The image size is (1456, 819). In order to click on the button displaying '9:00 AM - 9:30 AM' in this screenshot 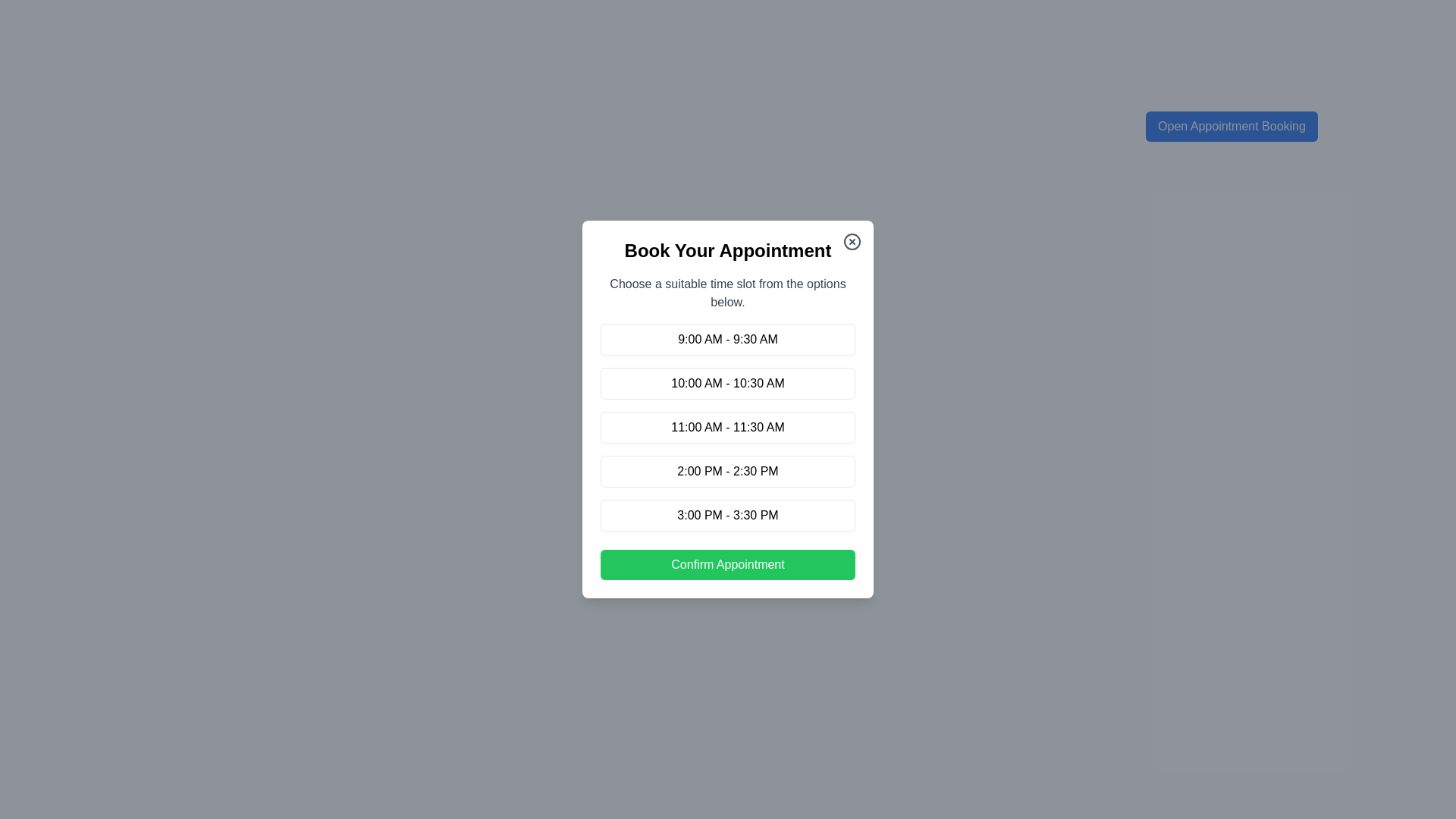, I will do `click(728, 338)`.